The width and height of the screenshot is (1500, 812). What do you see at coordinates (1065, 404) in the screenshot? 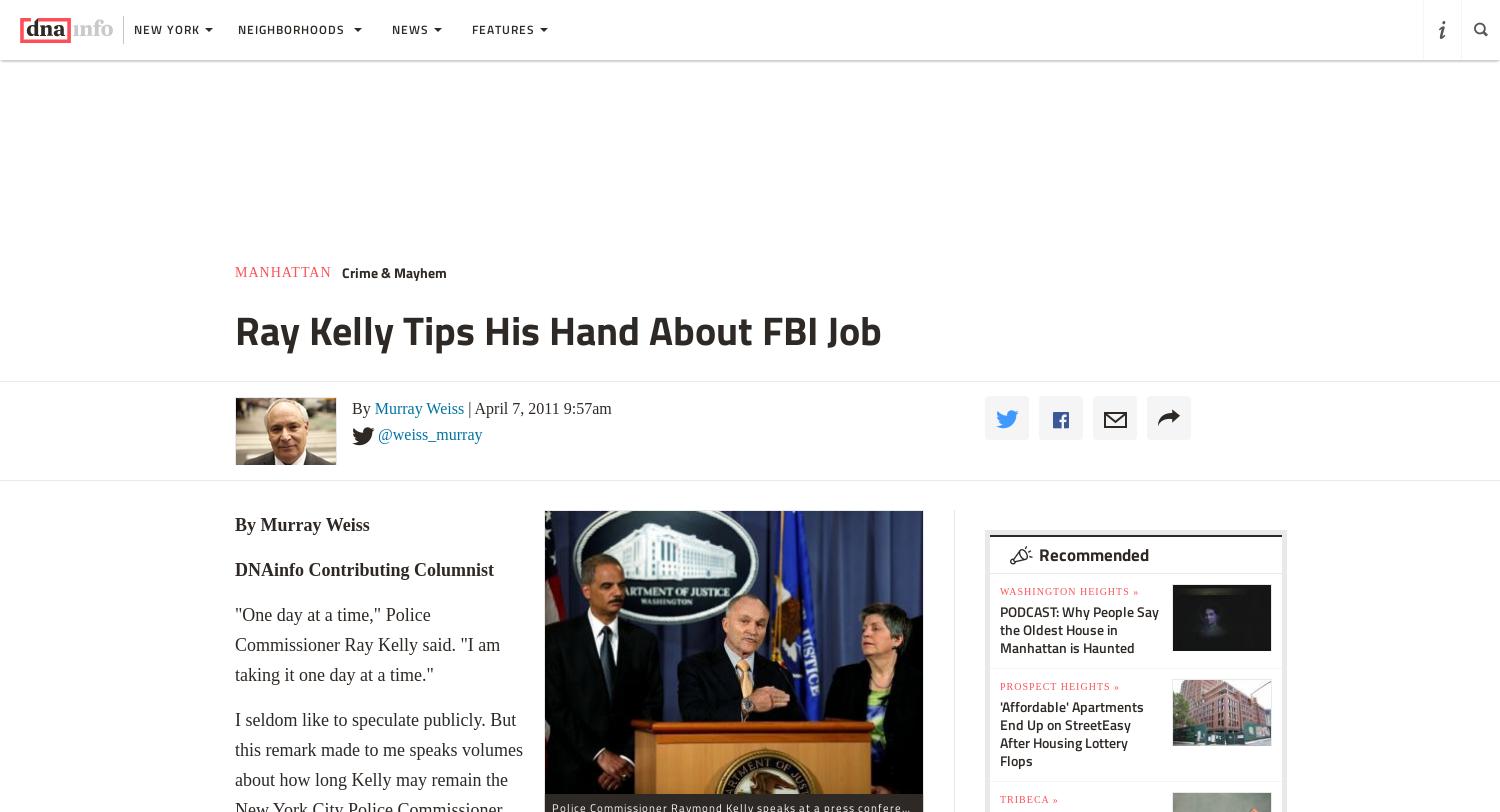
I see `'Facebook'` at bounding box center [1065, 404].